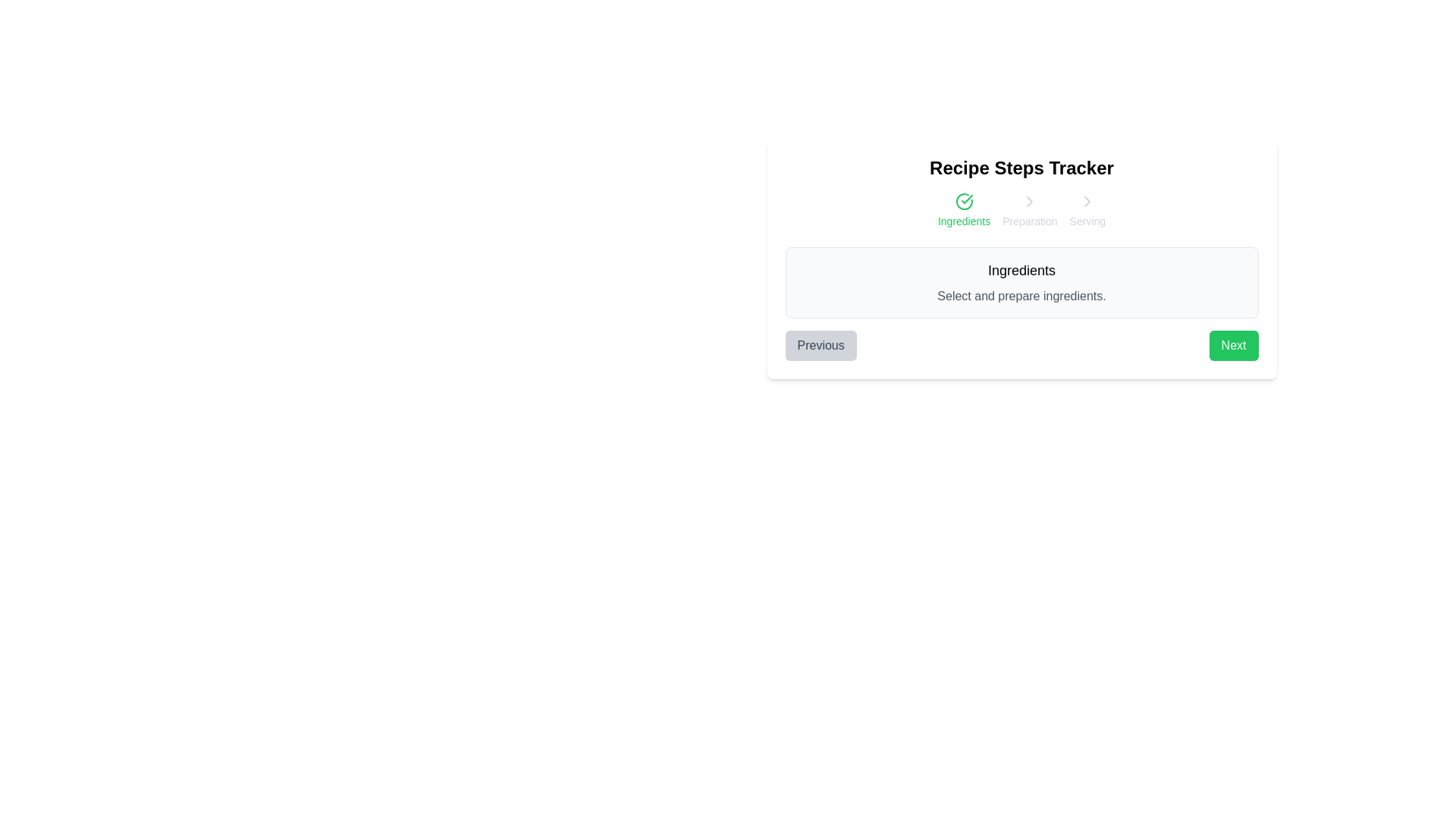 The width and height of the screenshot is (1456, 819). Describe the element at coordinates (1030, 210) in the screenshot. I see `the 'Preparation' step indicator in the process tracker, which is the second step between 'Ingredients' and 'Serving'` at that location.